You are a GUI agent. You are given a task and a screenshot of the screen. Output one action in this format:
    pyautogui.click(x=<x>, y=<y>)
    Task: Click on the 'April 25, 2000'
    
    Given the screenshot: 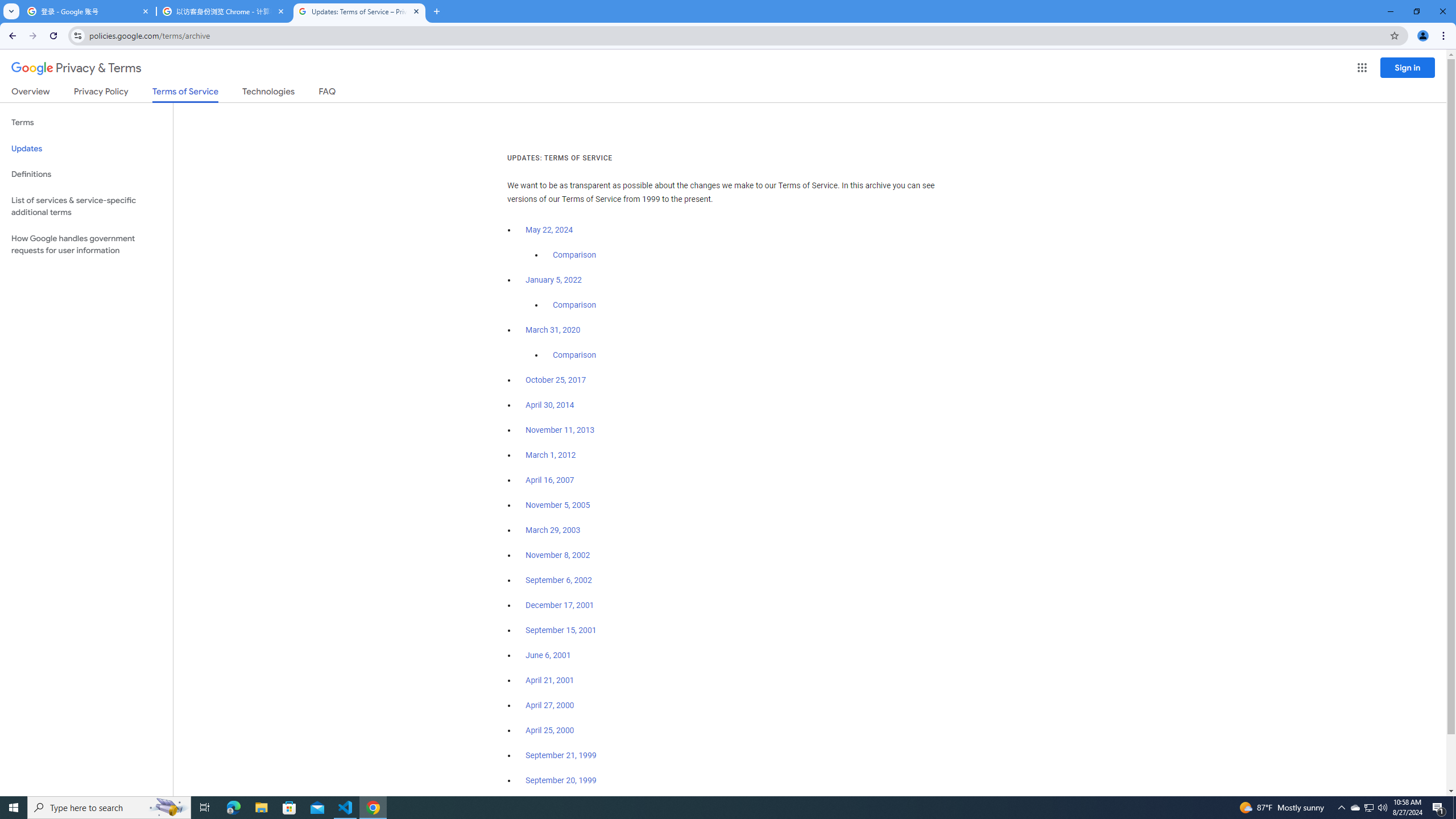 What is the action you would take?
    pyautogui.click(x=549, y=729)
    